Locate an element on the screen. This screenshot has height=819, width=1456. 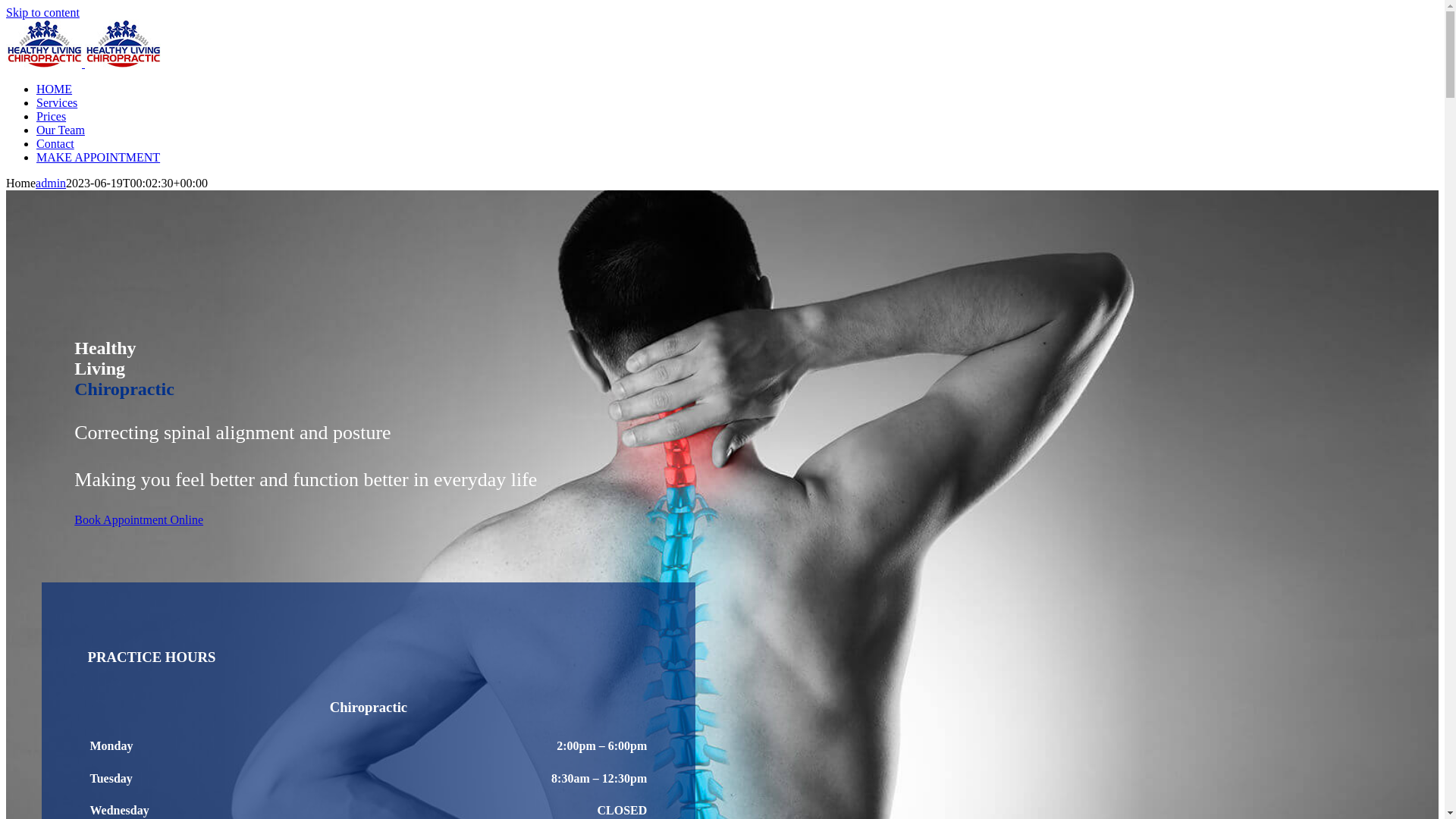
'Services' is located at coordinates (57, 102).